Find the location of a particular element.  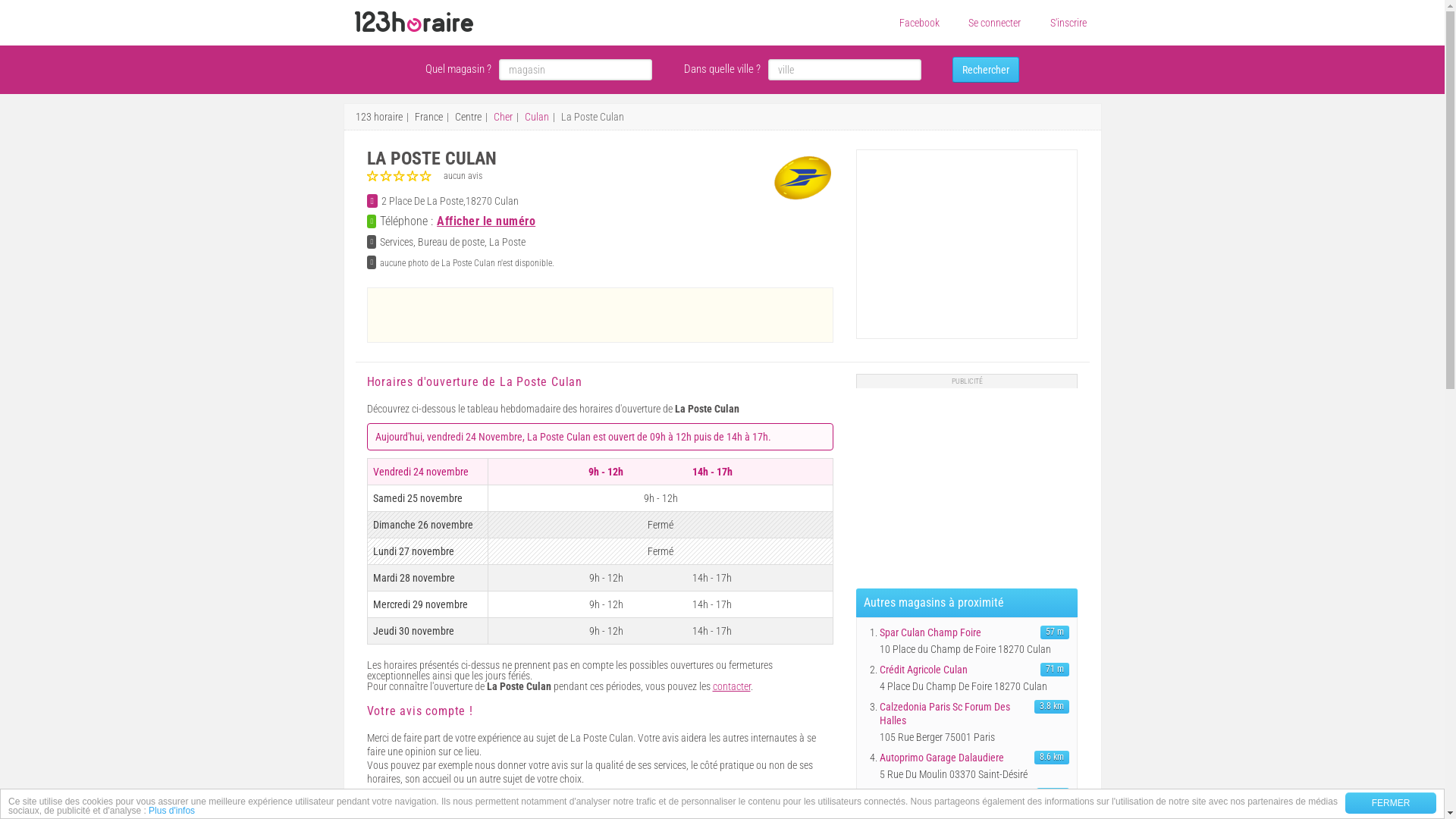

'S'inscrire' is located at coordinates (1066, 23).